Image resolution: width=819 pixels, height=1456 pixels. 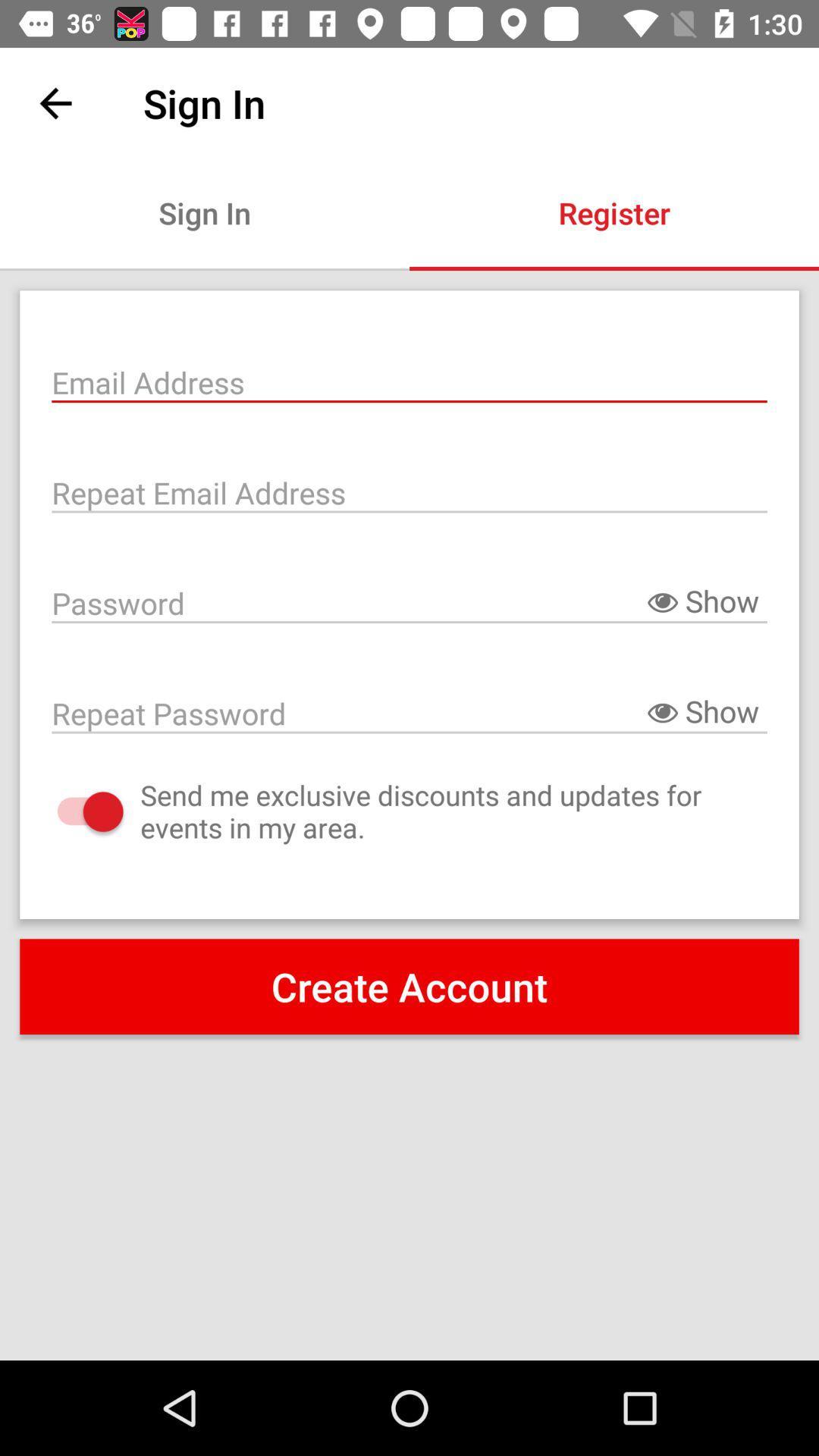 What do you see at coordinates (409, 381) in the screenshot?
I see `type your id name` at bounding box center [409, 381].